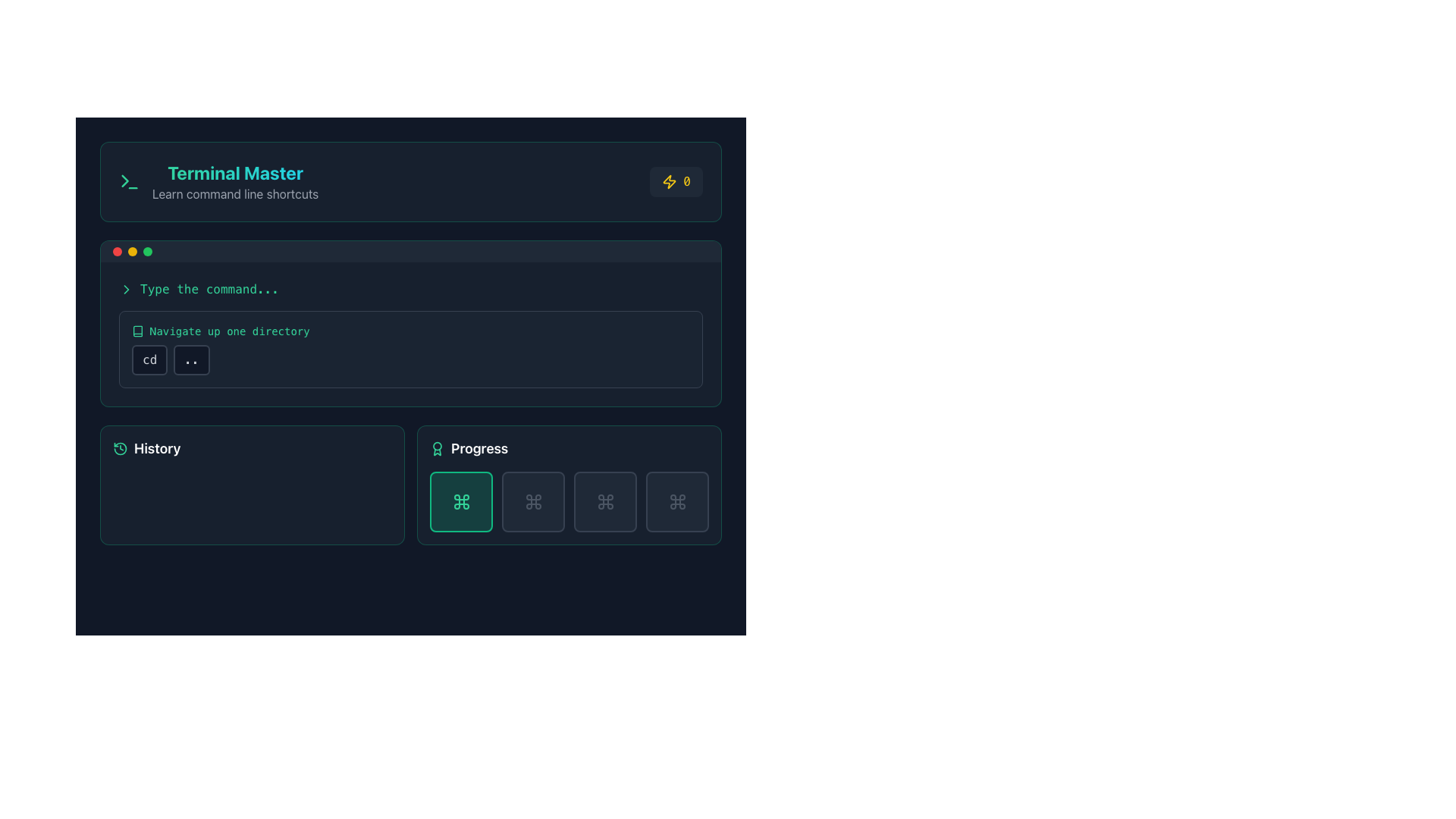 Image resolution: width=1456 pixels, height=819 pixels. What do you see at coordinates (234, 171) in the screenshot?
I see `the 'Terminal Master' text label, which is styled in a gradient color from emerald green to cyan and is positioned at the top-left of the interface` at bounding box center [234, 171].